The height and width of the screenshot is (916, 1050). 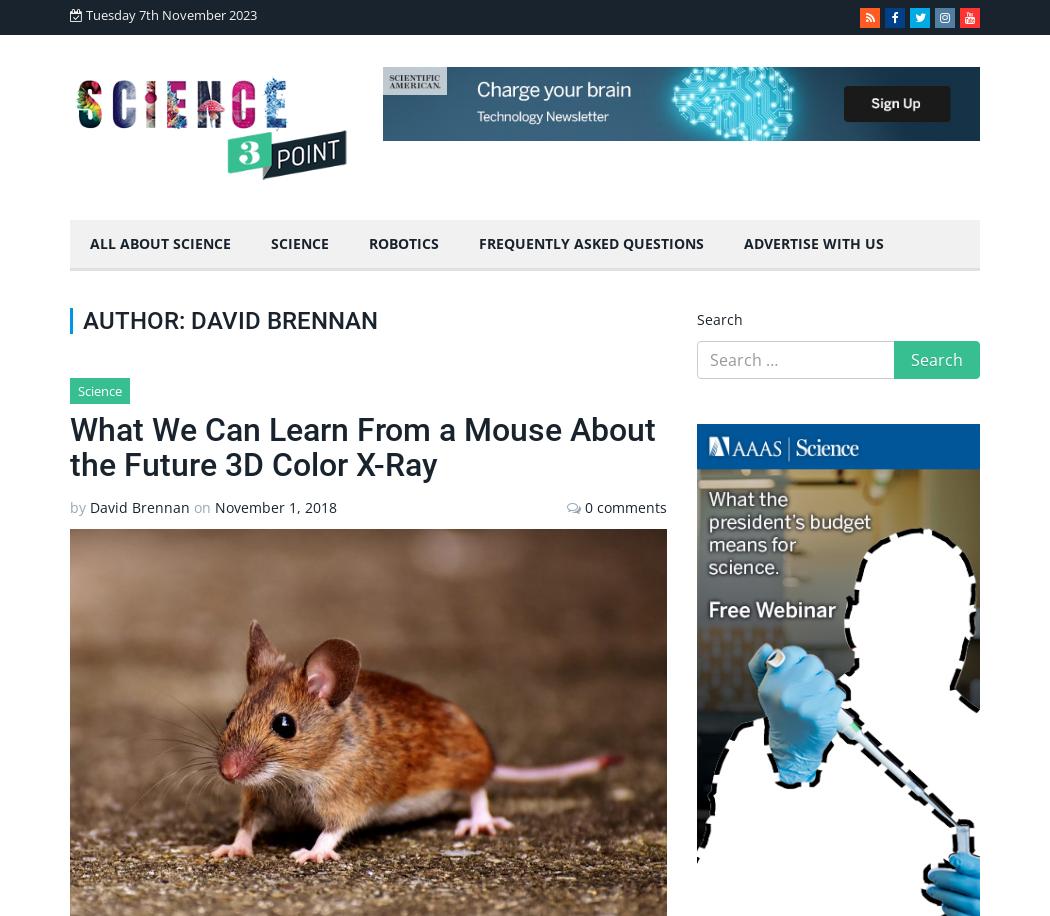 What do you see at coordinates (718, 318) in the screenshot?
I see `'Search'` at bounding box center [718, 318].